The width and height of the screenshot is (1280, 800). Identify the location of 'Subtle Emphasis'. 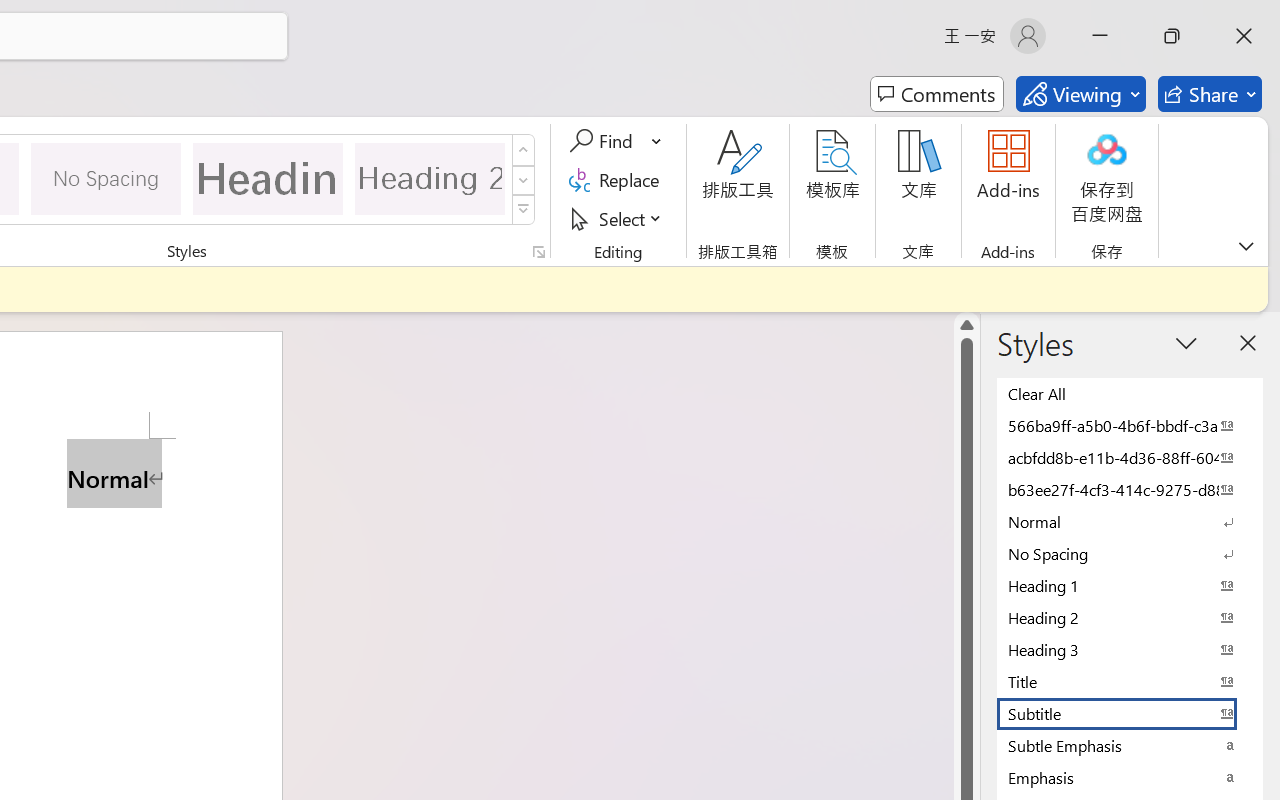
(1130, 745).